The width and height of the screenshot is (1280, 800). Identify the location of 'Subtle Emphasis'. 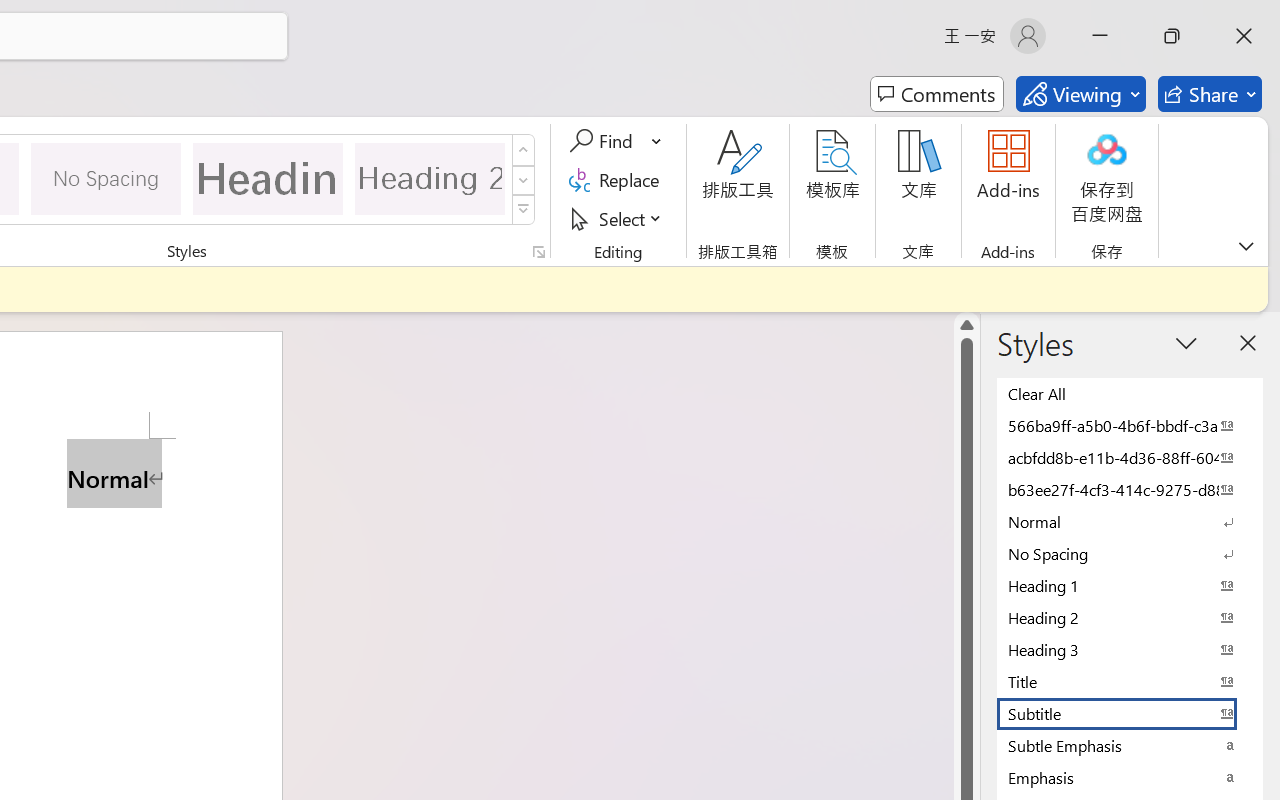
(1130, 745).